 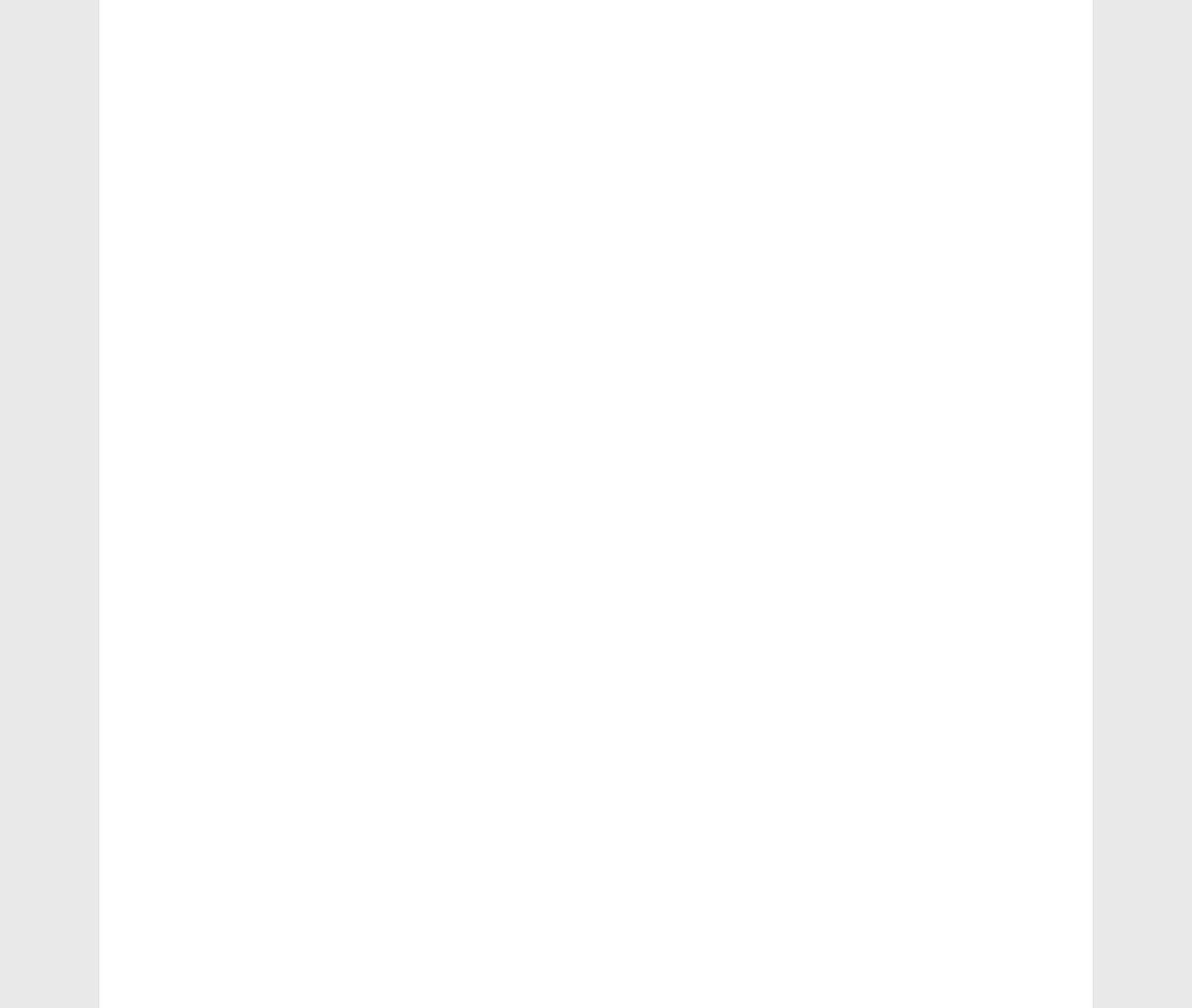 What do you see at coordinates (929, 861) in the screenshot?
I see `'Maths by Ashwani Kumar'` at bounding box center [929, 861].